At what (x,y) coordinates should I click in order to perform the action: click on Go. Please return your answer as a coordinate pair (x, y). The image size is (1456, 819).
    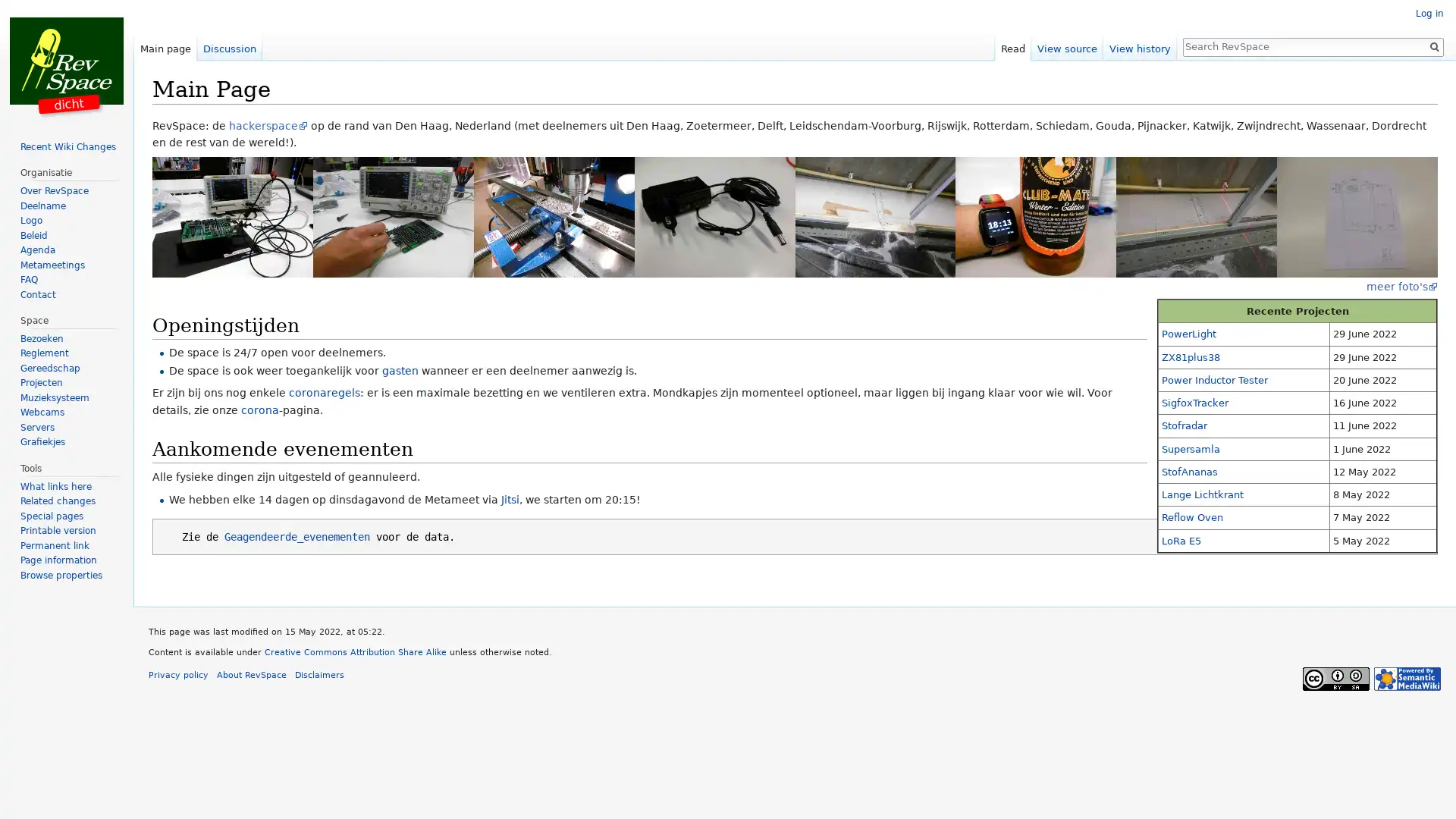
    Looking at the image, I should click on (1433, 45).